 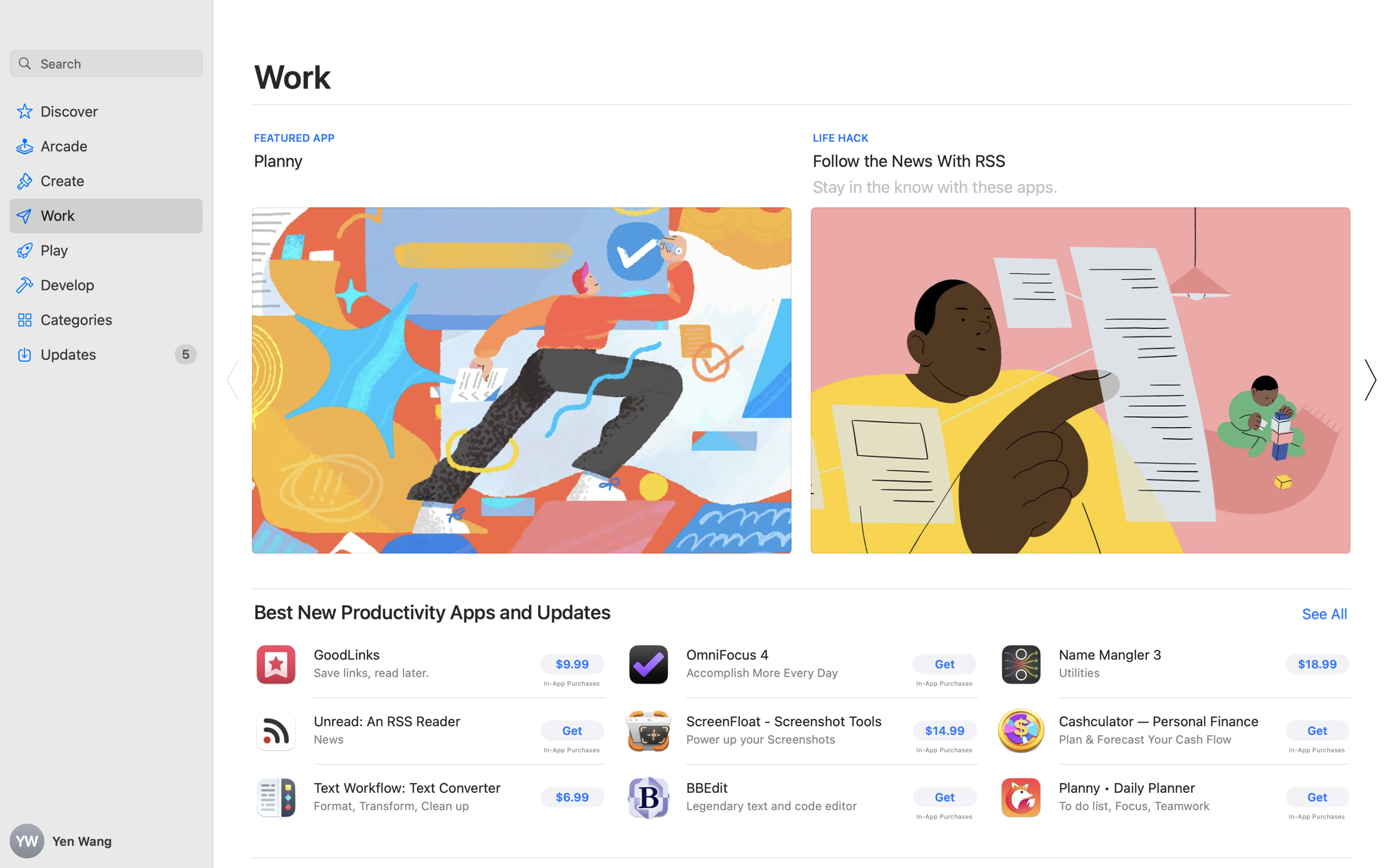 What do you see at coordinates (106, 841) in the screenshot?
I see `'Yen Wang'` at bounding box center [106, 841].